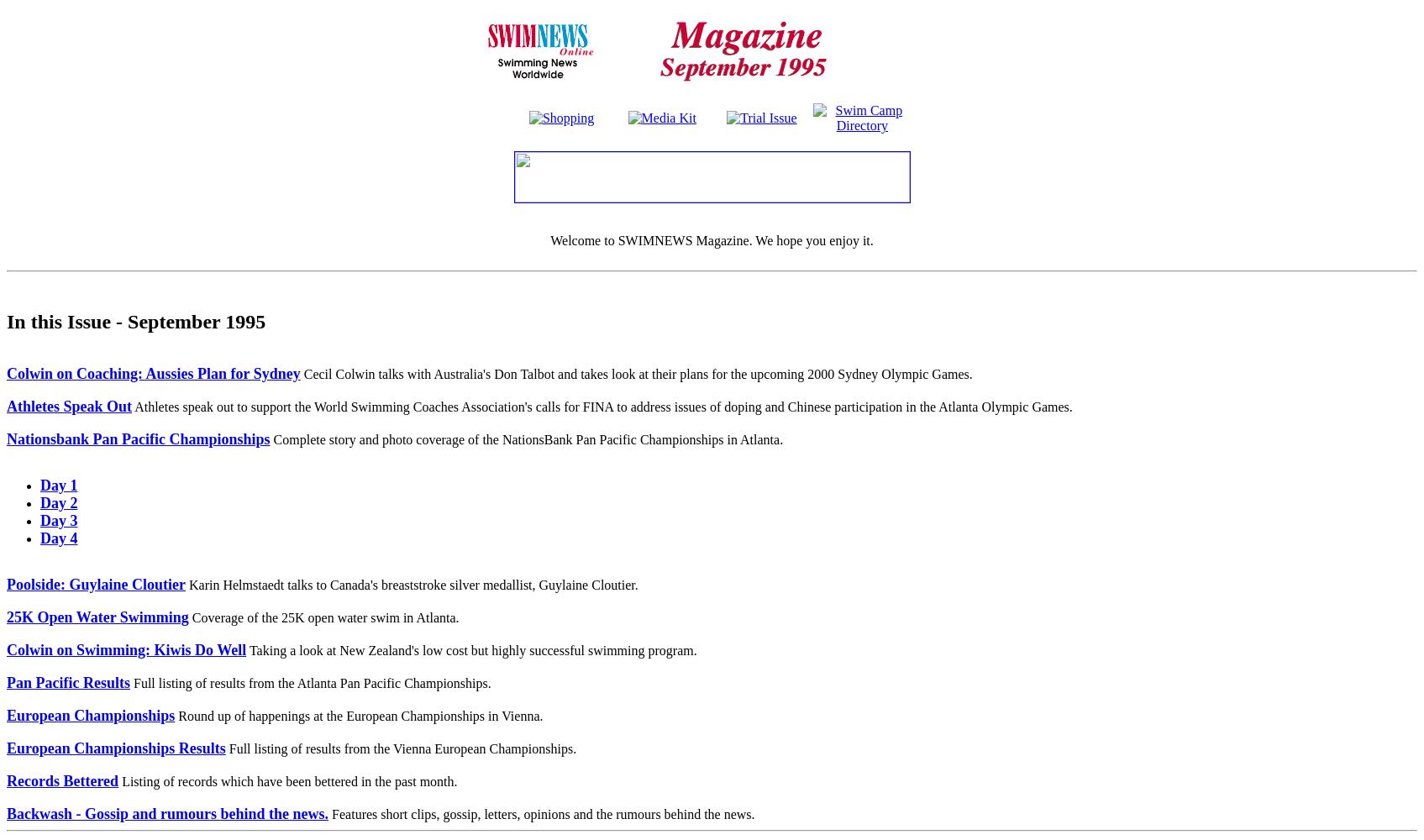 This screenshot has width=1424, height=840. What do you see at coordinates (309, 682) in the screenshot?
I see `'Full listing of results from the Atlanta Pan Pacific Championships.'` at bounding box center [309, 682].